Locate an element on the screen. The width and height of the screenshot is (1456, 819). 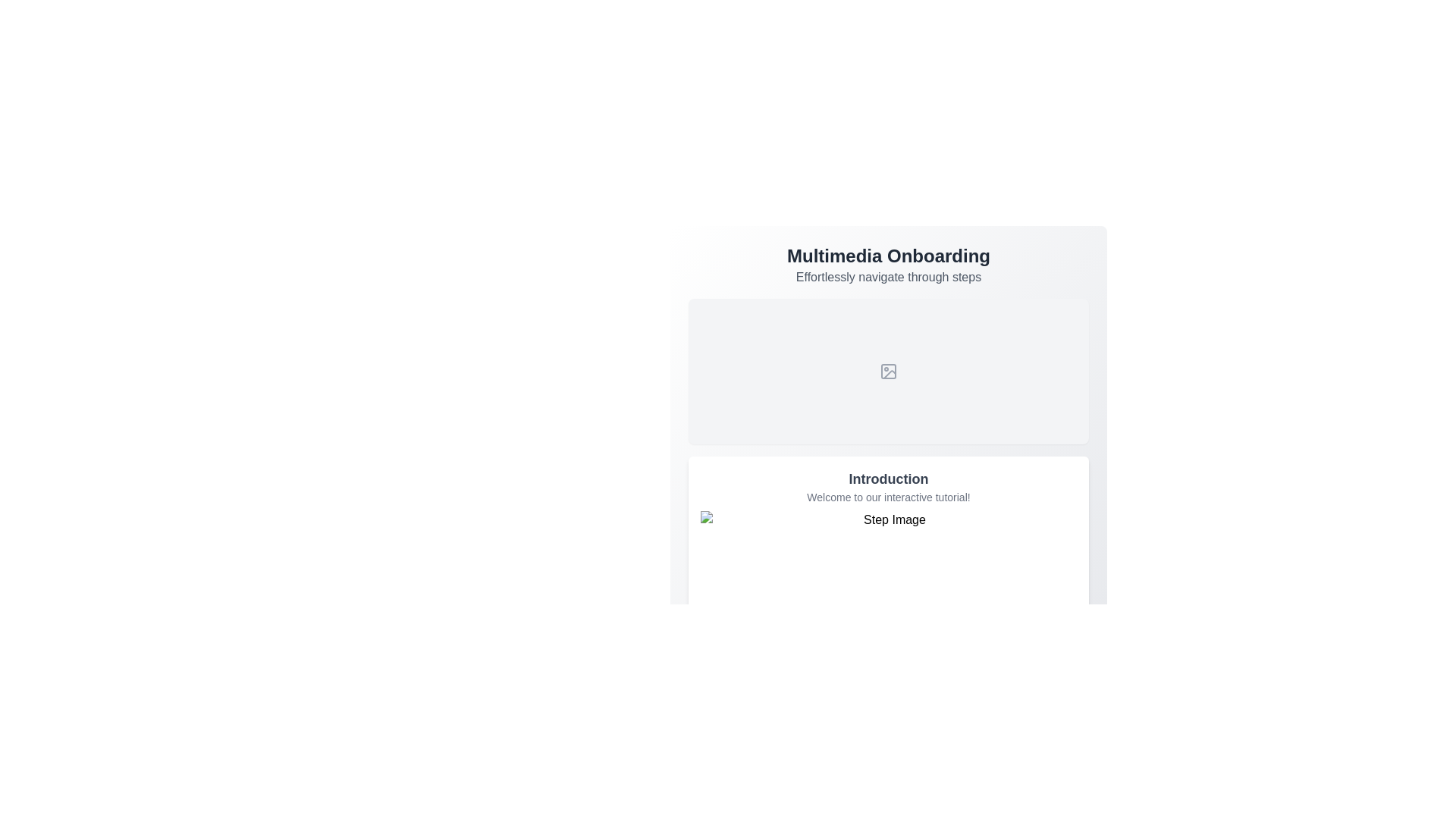
the SVG rectangle element that serves as a visual representation within the image placeholder icon of the 'Multimedia Onboarding' card is located at coordinates (888, 371).